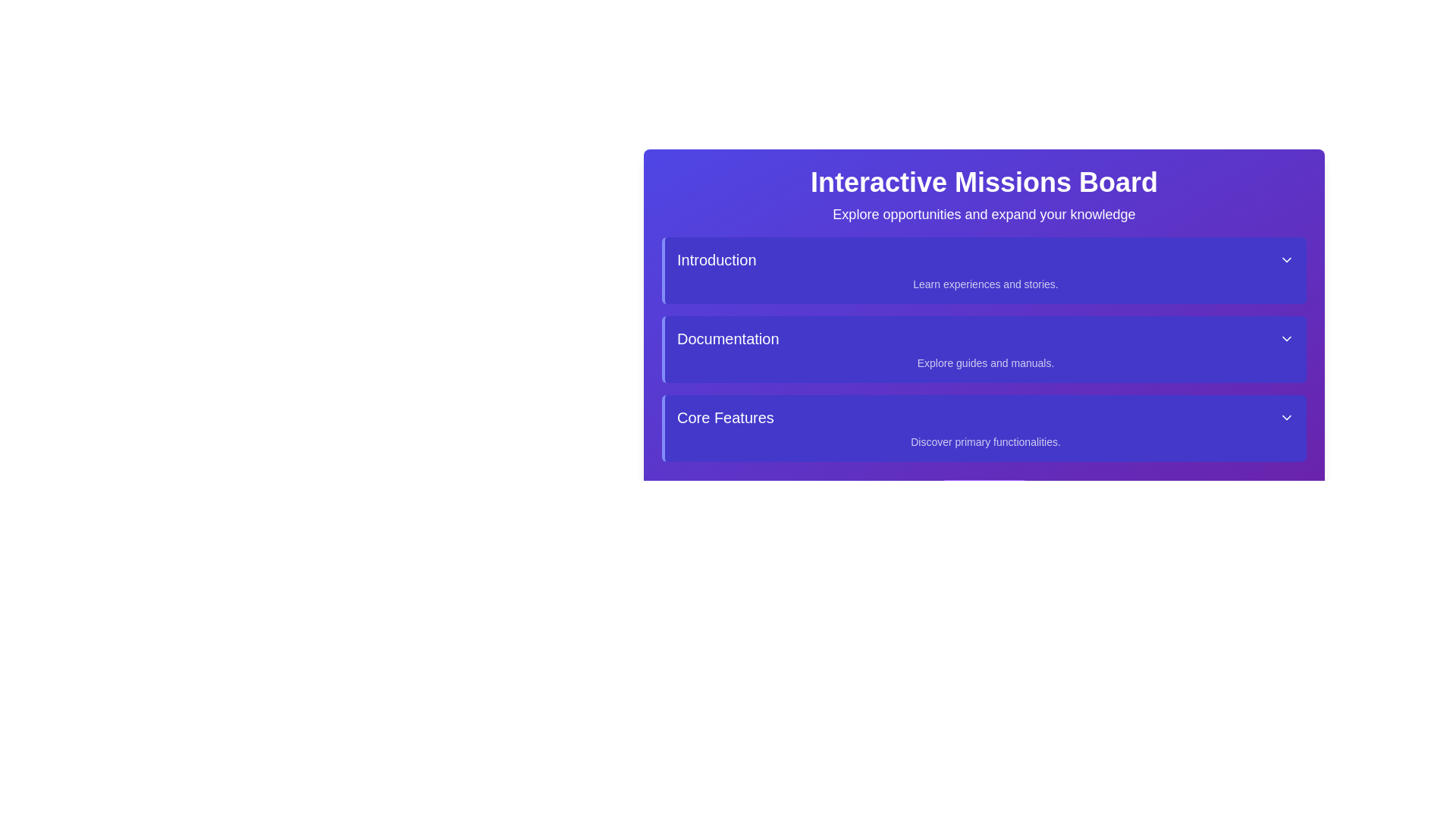  What do you see at coordinates (724, 418) in the screenshot?
I see `the 'Core Features' text label, which serves as a heading in the 'Interactive Missions Board' section, located above the description text and before the chevron icon` at bounding box center [724, 418].